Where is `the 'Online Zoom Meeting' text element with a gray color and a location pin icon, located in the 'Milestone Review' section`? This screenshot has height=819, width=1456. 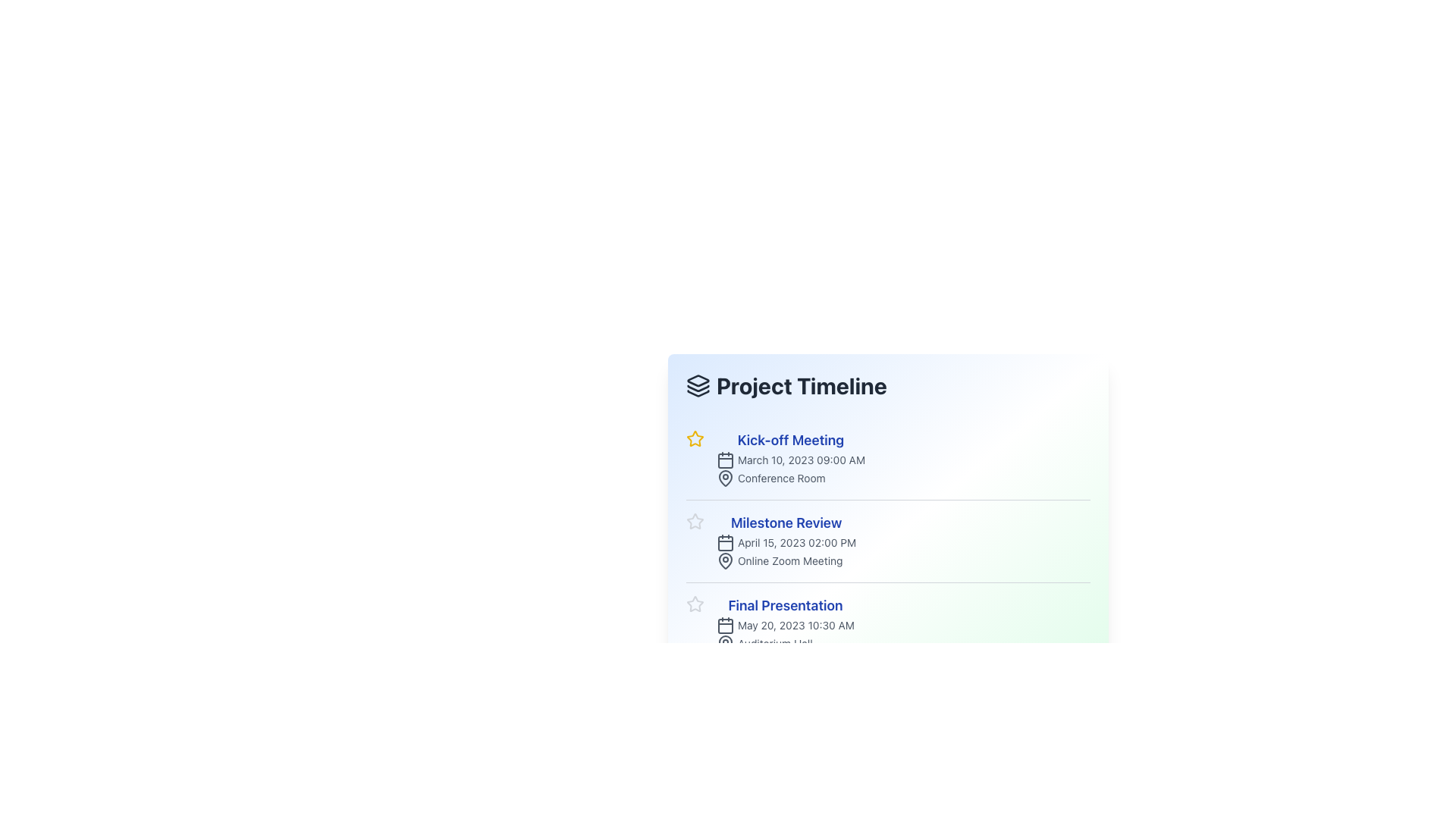 the 'Online Zoom Meeting' text element with a gray color and a location pin icon, located in the 'Milestone Review' section is located at coordinates (786, 561).